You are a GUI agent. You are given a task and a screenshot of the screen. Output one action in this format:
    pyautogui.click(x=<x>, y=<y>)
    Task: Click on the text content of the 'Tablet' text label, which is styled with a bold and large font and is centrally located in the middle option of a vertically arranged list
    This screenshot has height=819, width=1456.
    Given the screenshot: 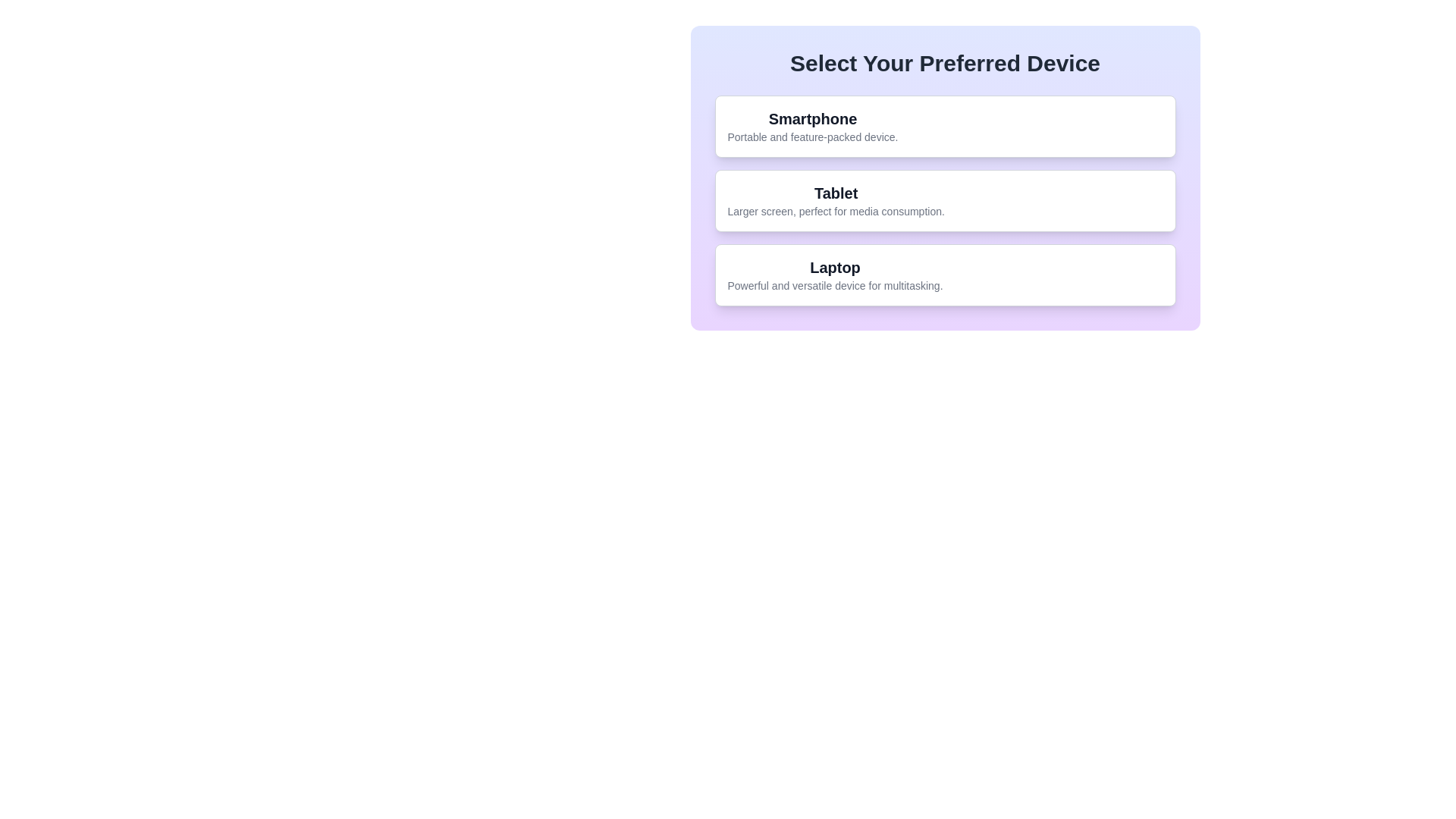 What is the action you would take?
    pyautogui.click(x=835, y=192)
    